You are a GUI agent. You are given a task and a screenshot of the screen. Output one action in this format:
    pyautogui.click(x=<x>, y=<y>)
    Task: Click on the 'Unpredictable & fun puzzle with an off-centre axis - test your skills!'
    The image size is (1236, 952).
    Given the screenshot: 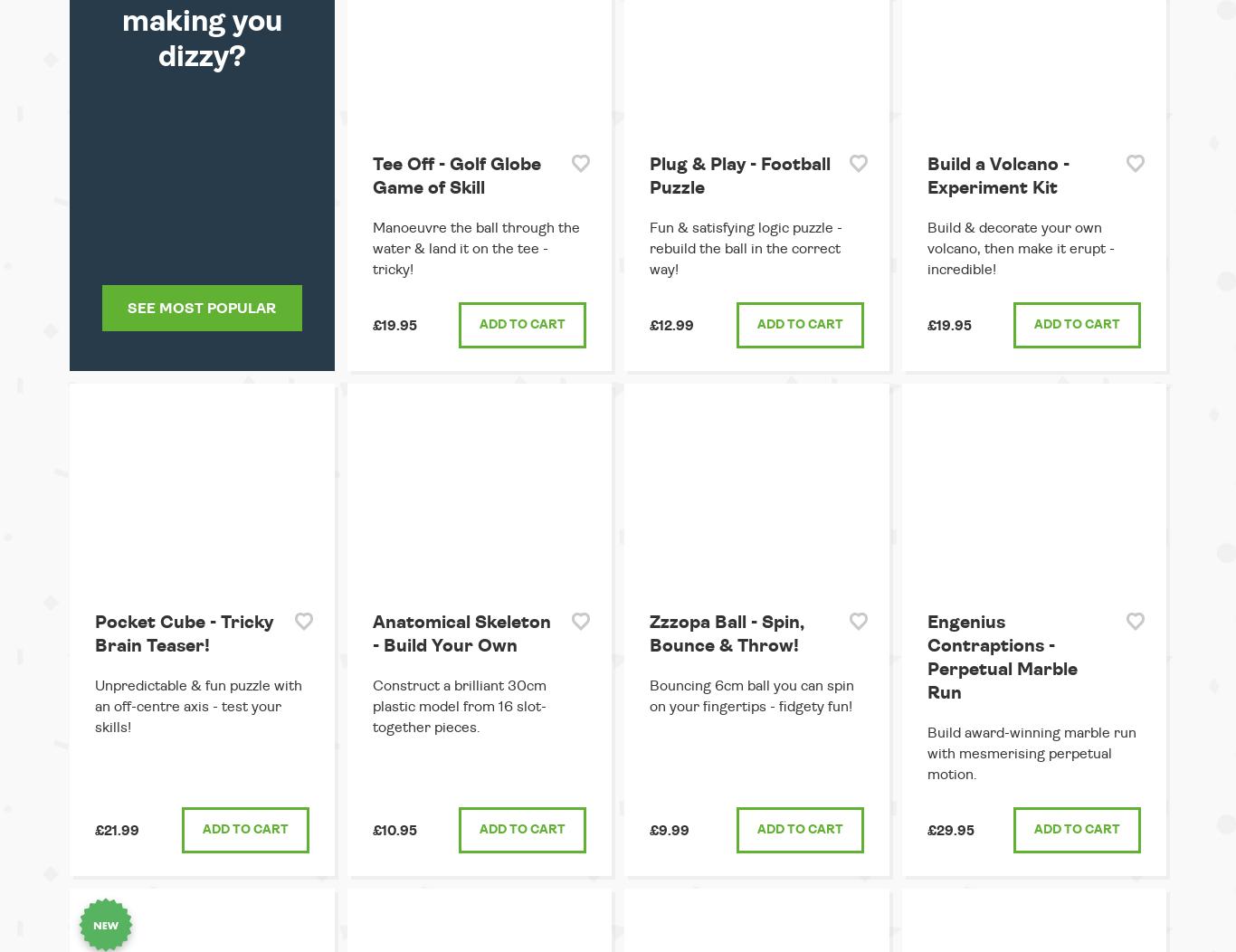 What is the action you would take?
    pyautogui.click(x=197, y=706)
    